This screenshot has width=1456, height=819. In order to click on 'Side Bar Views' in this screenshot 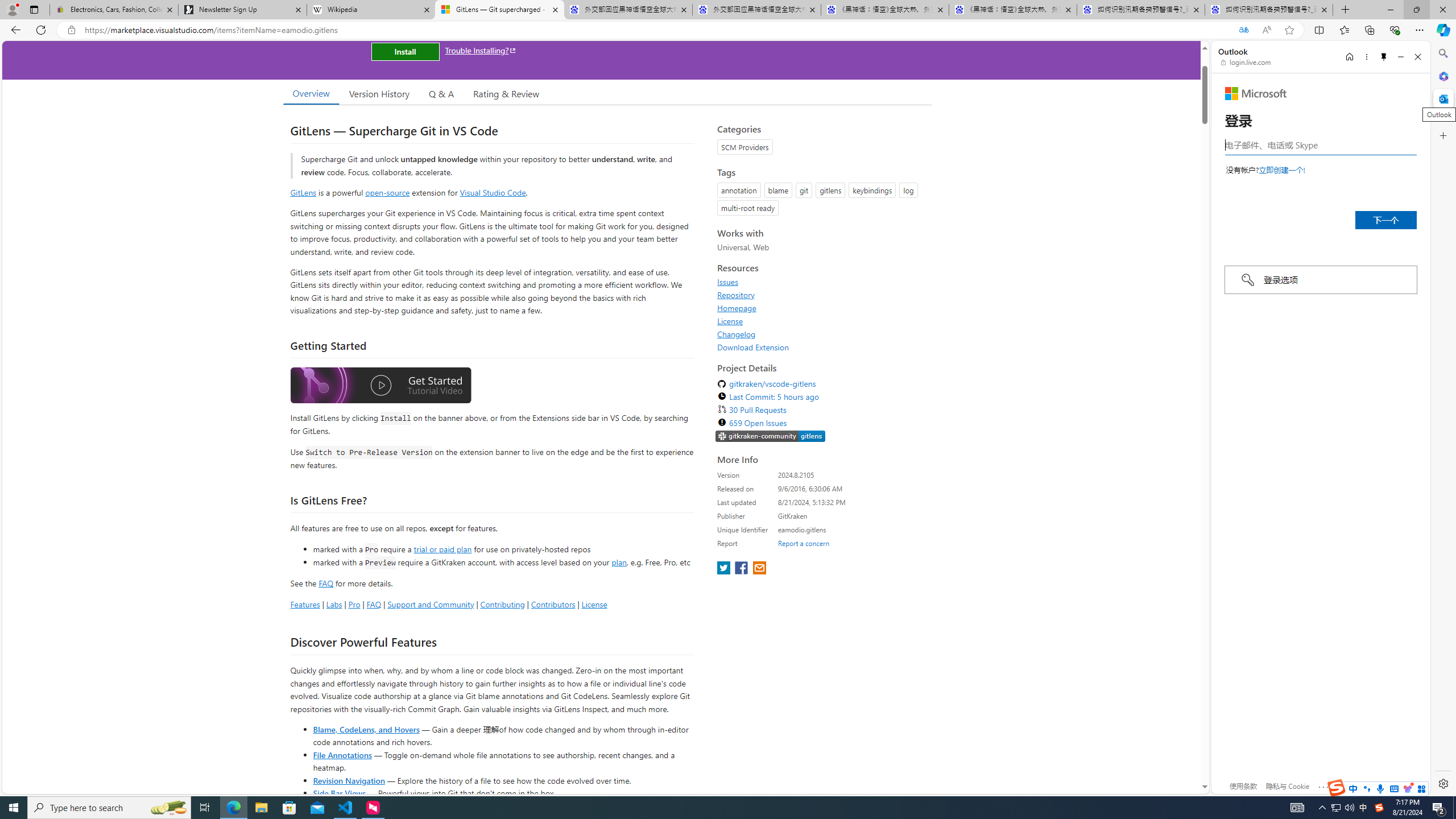, I will do `click(338, 792)`.